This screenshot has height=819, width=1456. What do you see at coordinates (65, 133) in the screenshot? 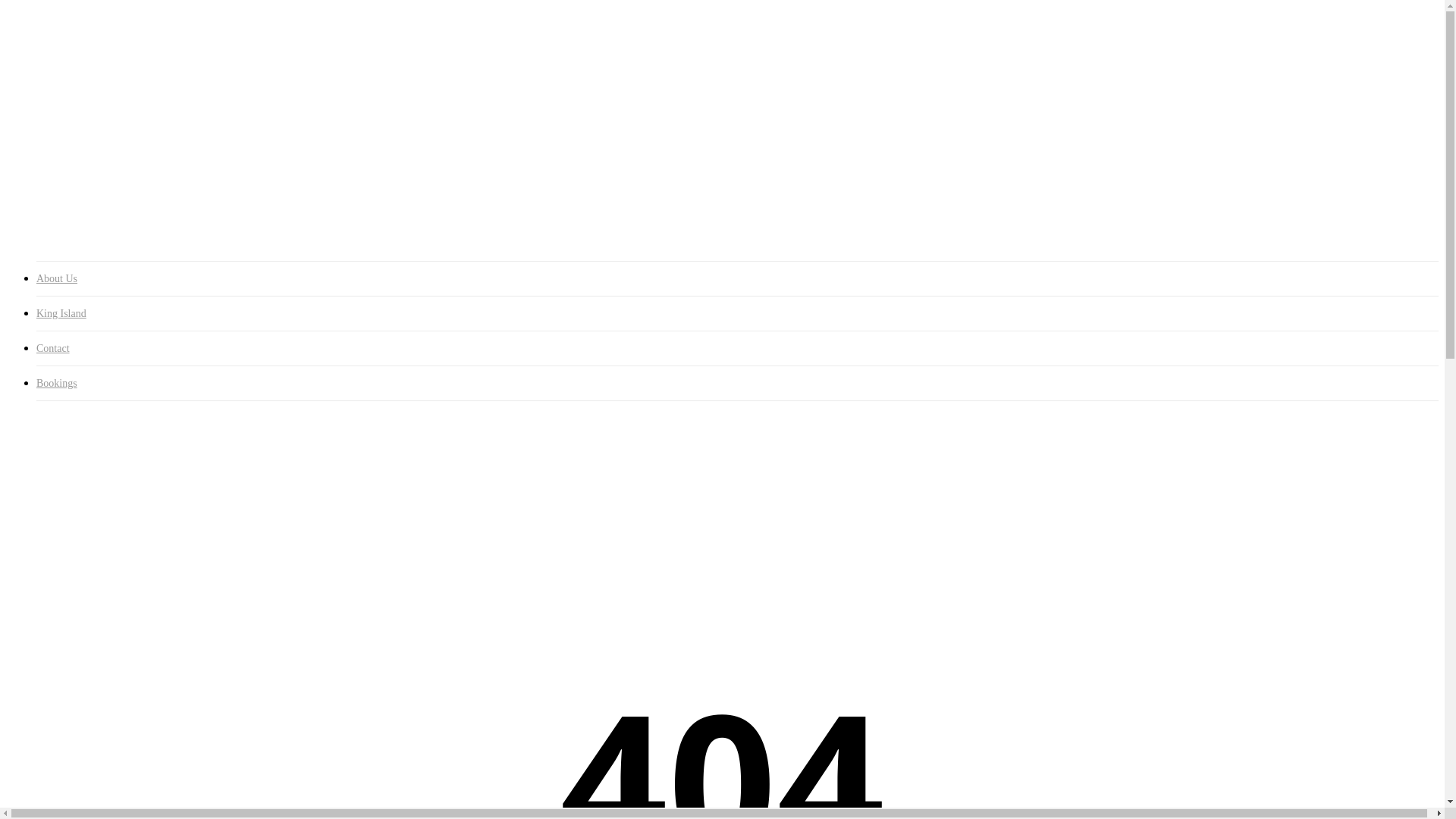
I see `'Guest reviews'` at bounding box center [65, 133].